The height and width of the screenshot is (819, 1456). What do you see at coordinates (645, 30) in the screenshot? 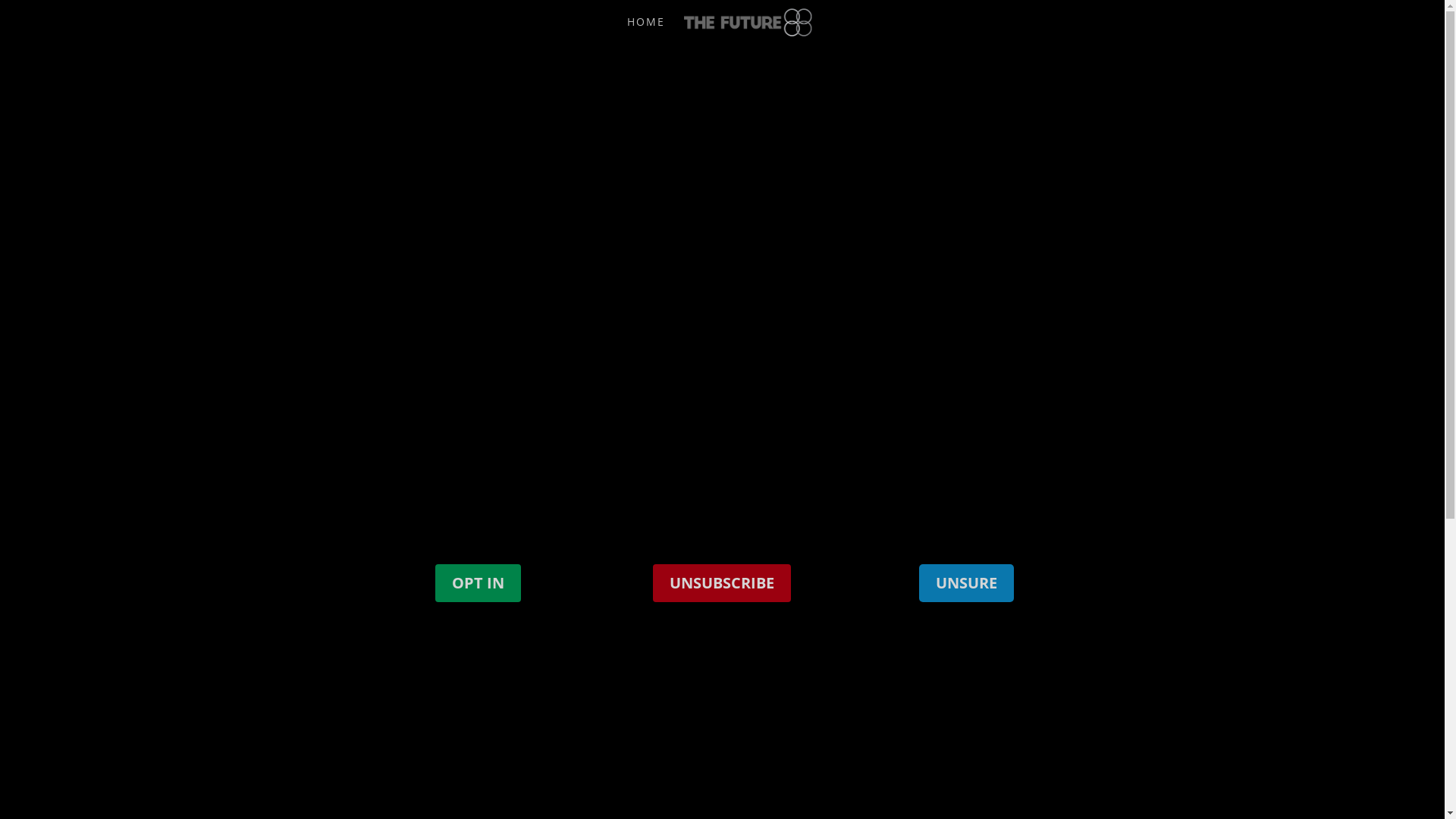
I see `'HOME'` at bounding box center [645, 30].